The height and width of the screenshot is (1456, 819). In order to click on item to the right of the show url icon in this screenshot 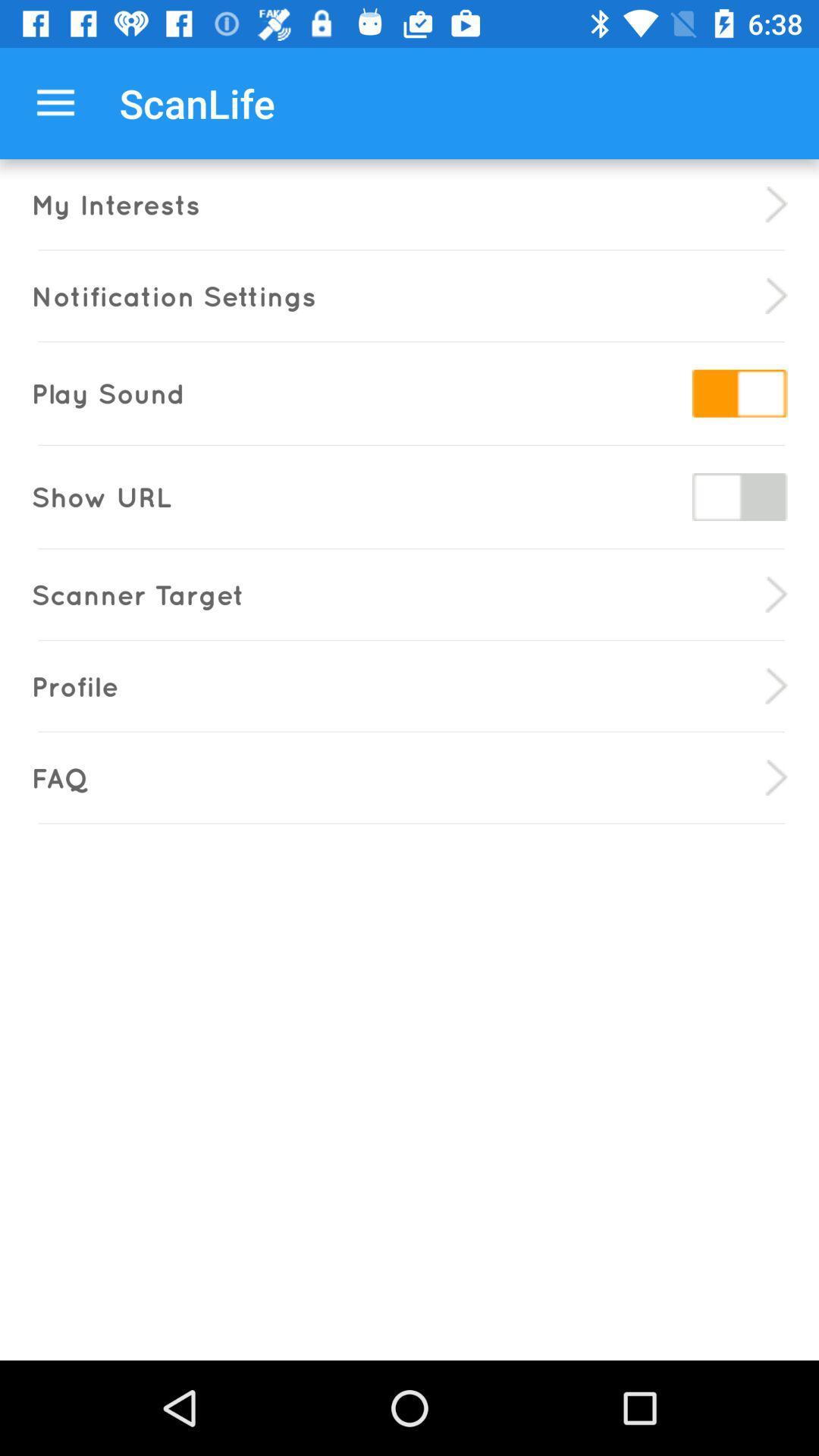, I will do `click(739, 497)`.